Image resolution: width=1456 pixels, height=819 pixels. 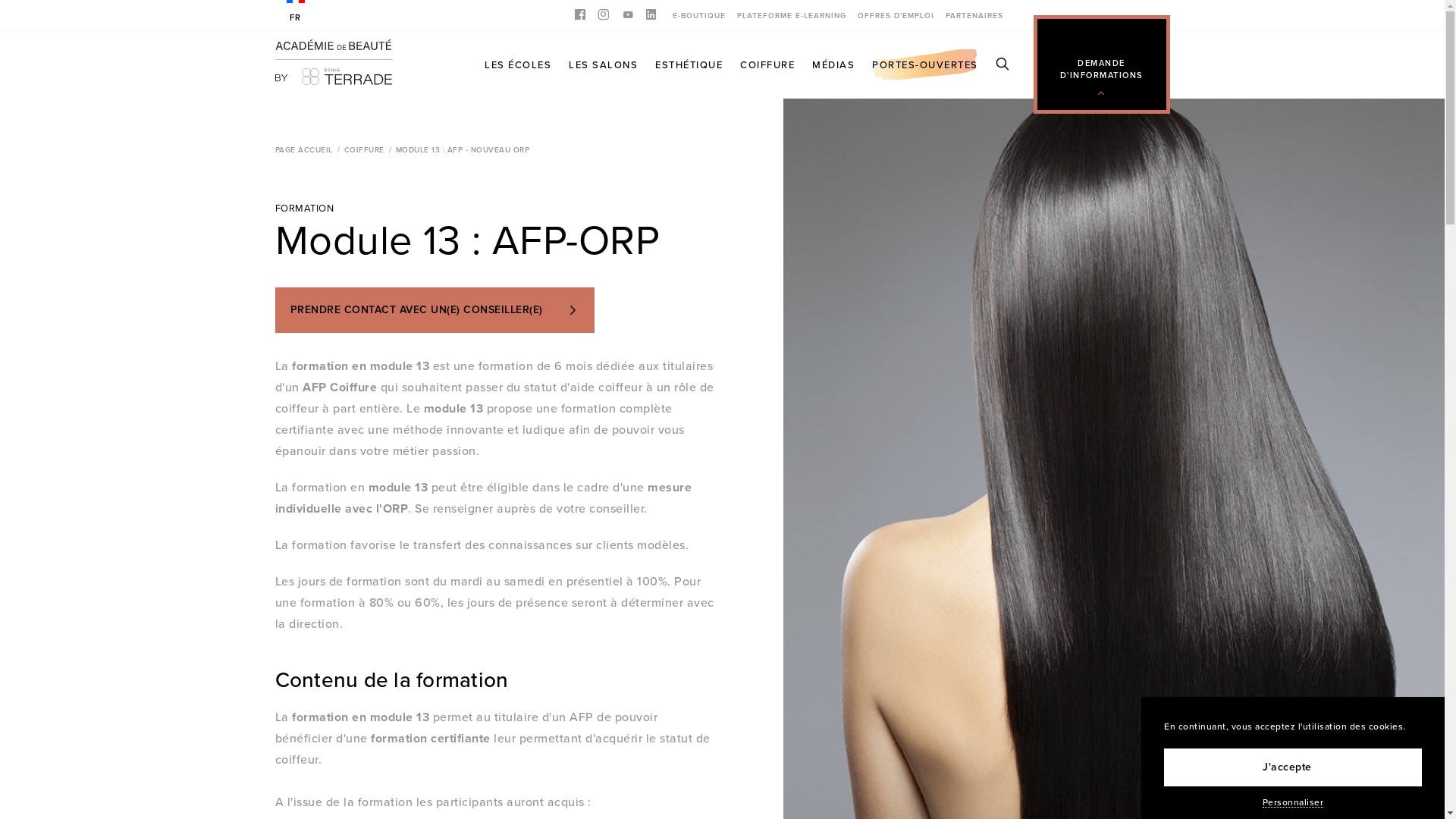 I want to click on 'PARTENAIRES', so click(x=973, y=14).